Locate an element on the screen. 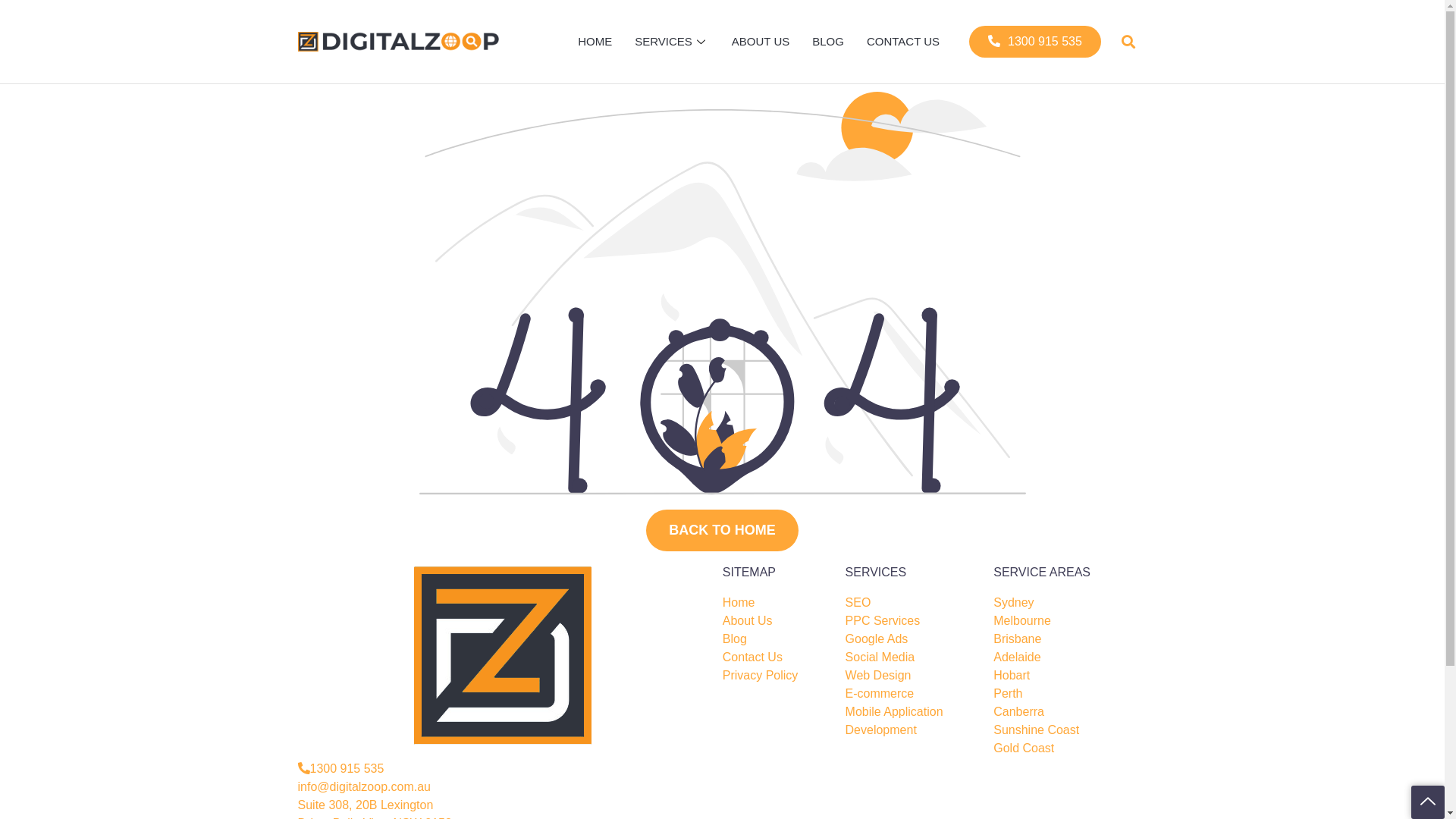 This screenshot has height=819, width=1456. 'CONTACT US' is located at coordinates (855, 40).